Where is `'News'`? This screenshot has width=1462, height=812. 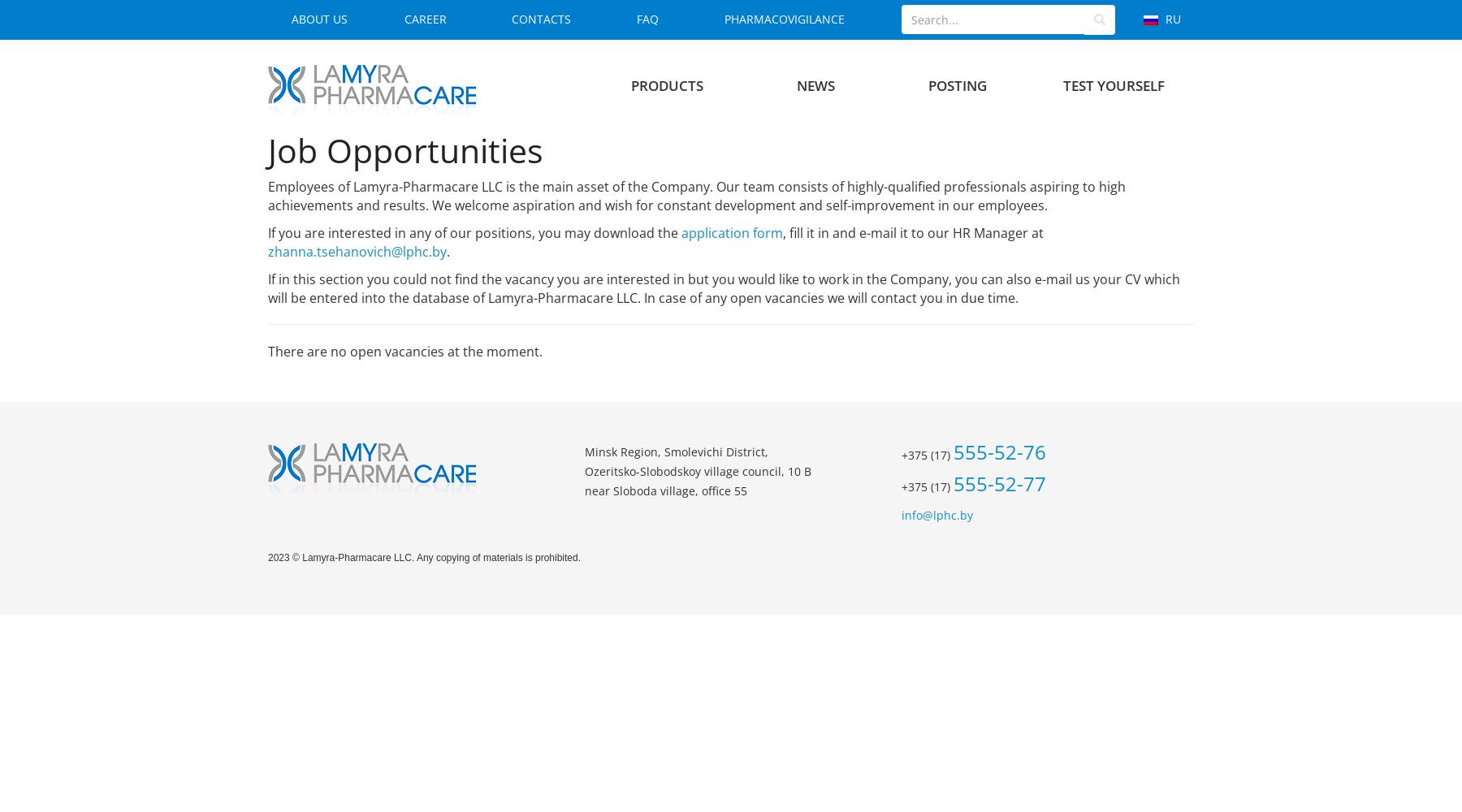 'News' is located at coordinates (796, 84).